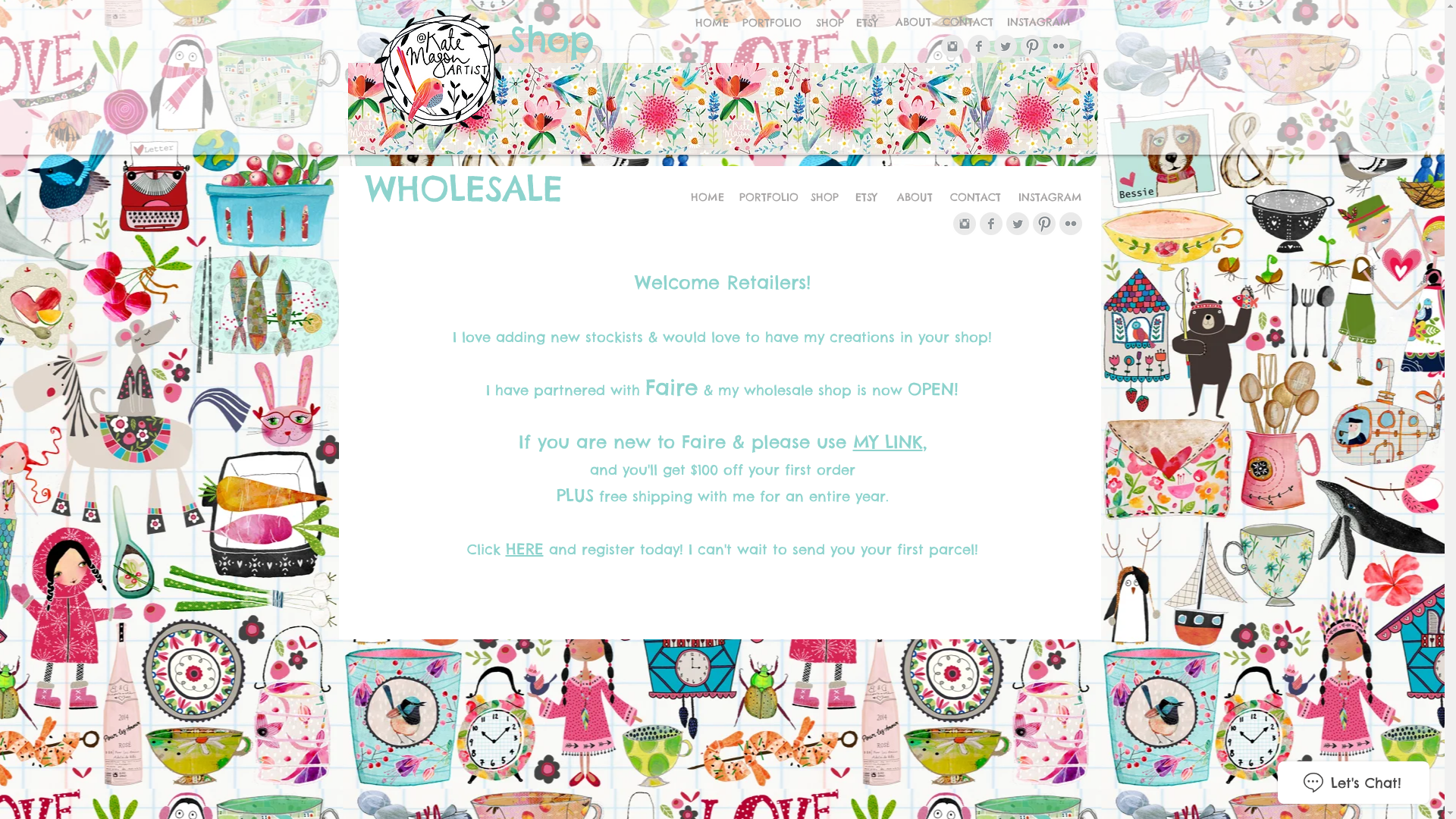  What do you see at coordinates (711, 23) in the screenshot?
I see `'HOME'` at bounding box center [711, 23].